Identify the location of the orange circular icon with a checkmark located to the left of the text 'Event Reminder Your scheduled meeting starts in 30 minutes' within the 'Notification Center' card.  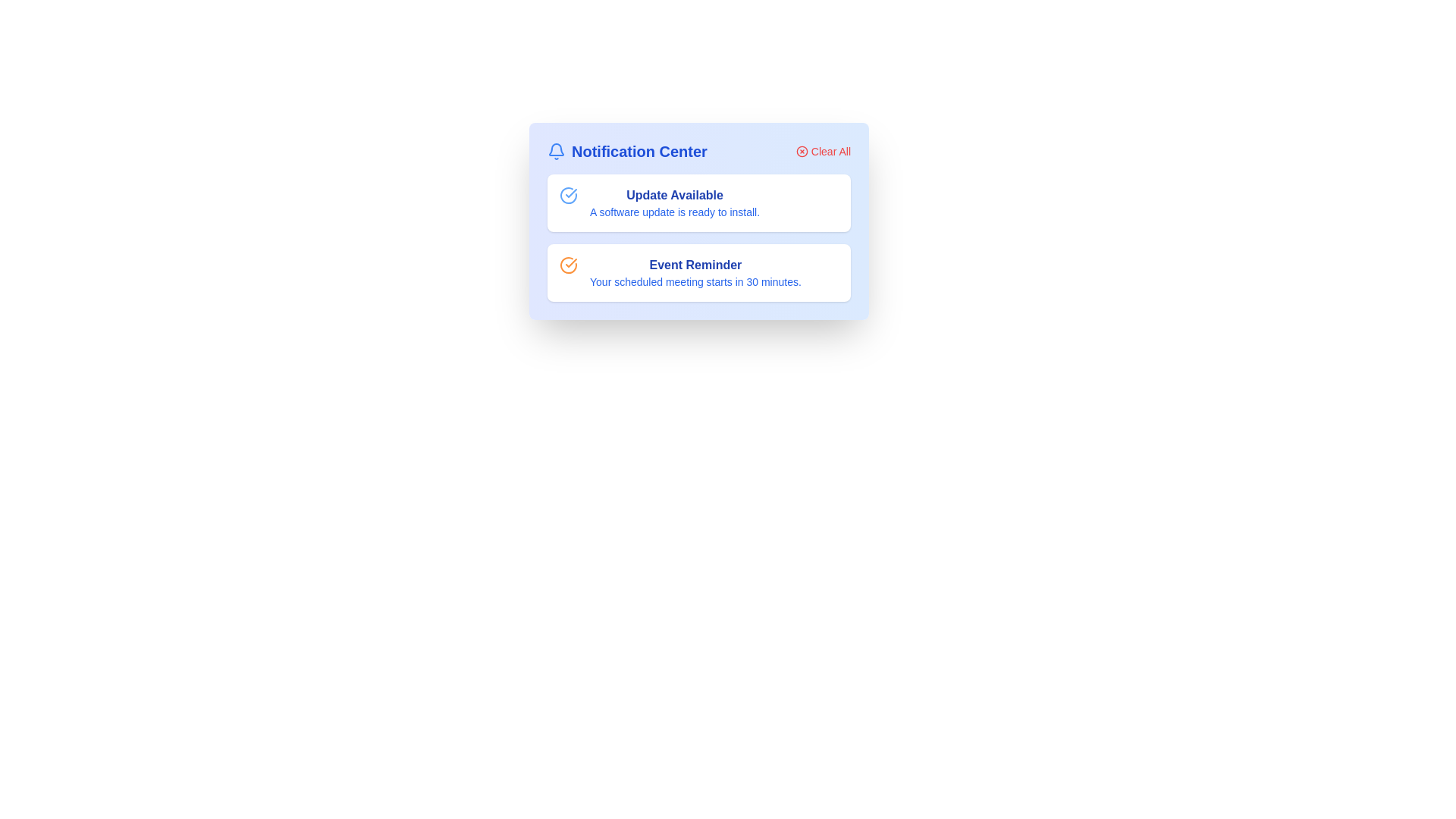
(567, 265).